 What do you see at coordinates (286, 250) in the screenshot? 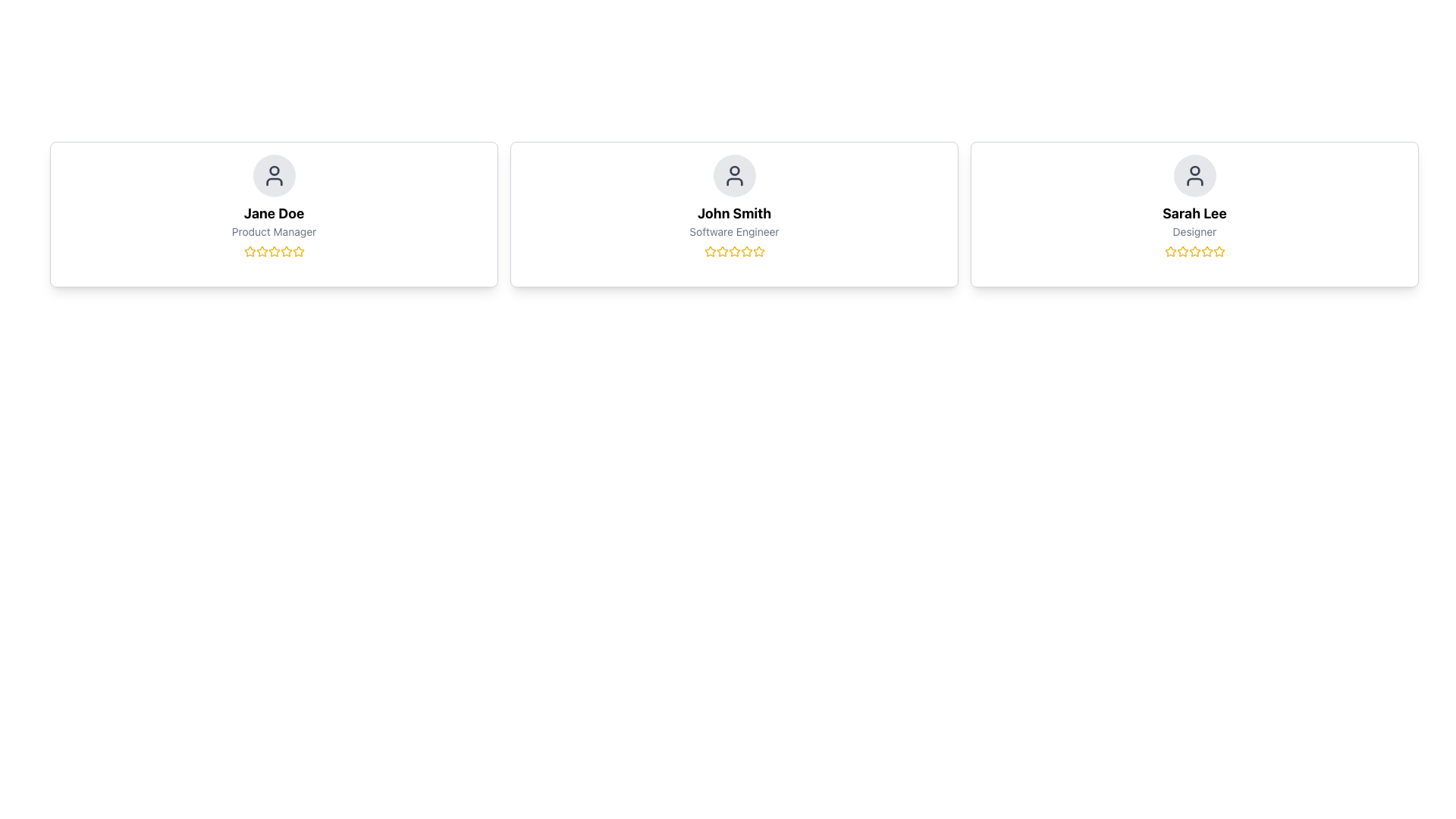
I see `the fifth star in the 5-star rating system below the user profile of 'Jane Doe - Product Manager'` at bounding box center [286, 250].